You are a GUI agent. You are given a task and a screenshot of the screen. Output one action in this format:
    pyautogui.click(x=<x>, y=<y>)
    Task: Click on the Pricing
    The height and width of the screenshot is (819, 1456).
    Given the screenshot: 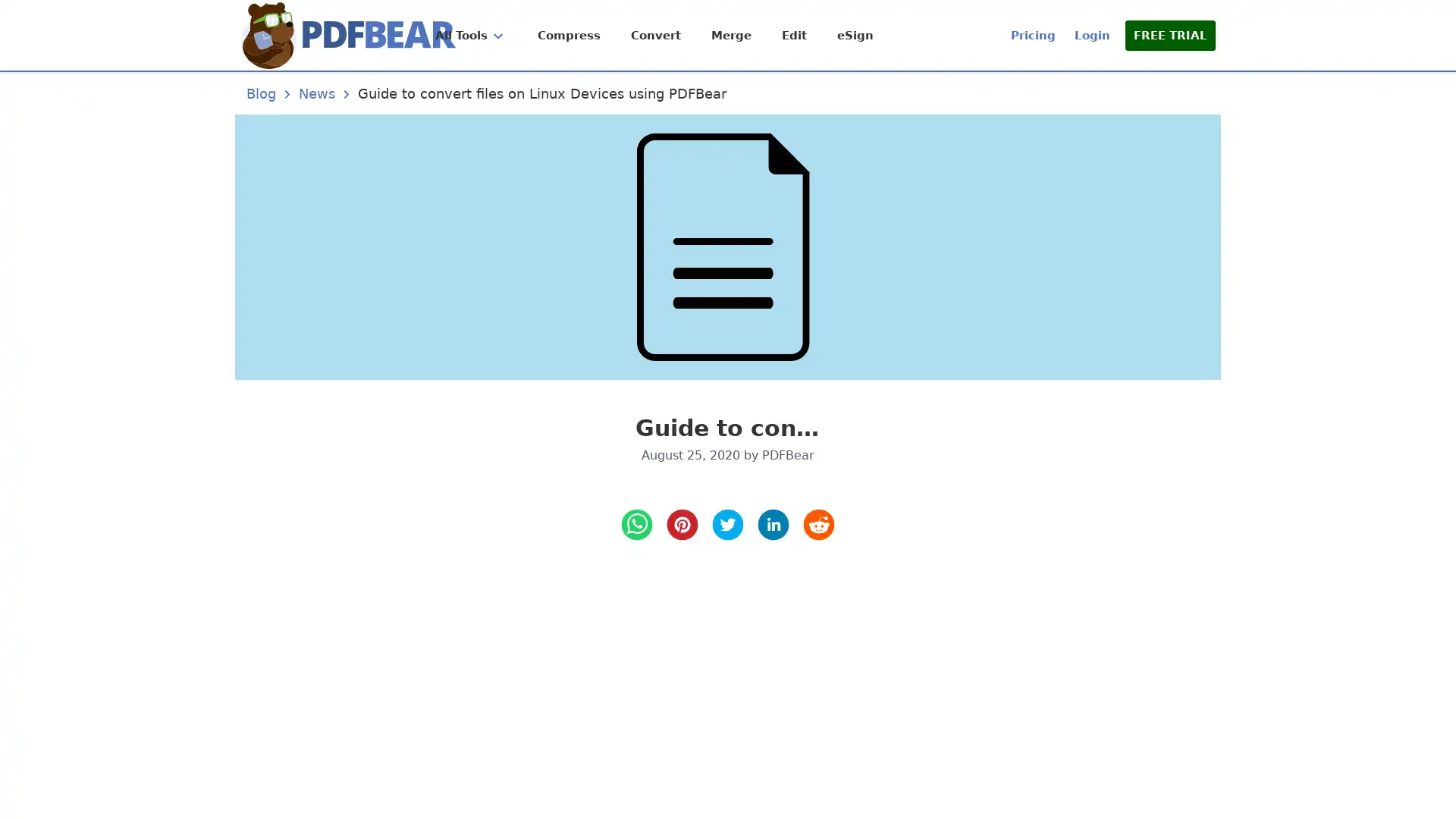 What is the action you would take?
    pyautogui.click(x=1031, y=34)
    